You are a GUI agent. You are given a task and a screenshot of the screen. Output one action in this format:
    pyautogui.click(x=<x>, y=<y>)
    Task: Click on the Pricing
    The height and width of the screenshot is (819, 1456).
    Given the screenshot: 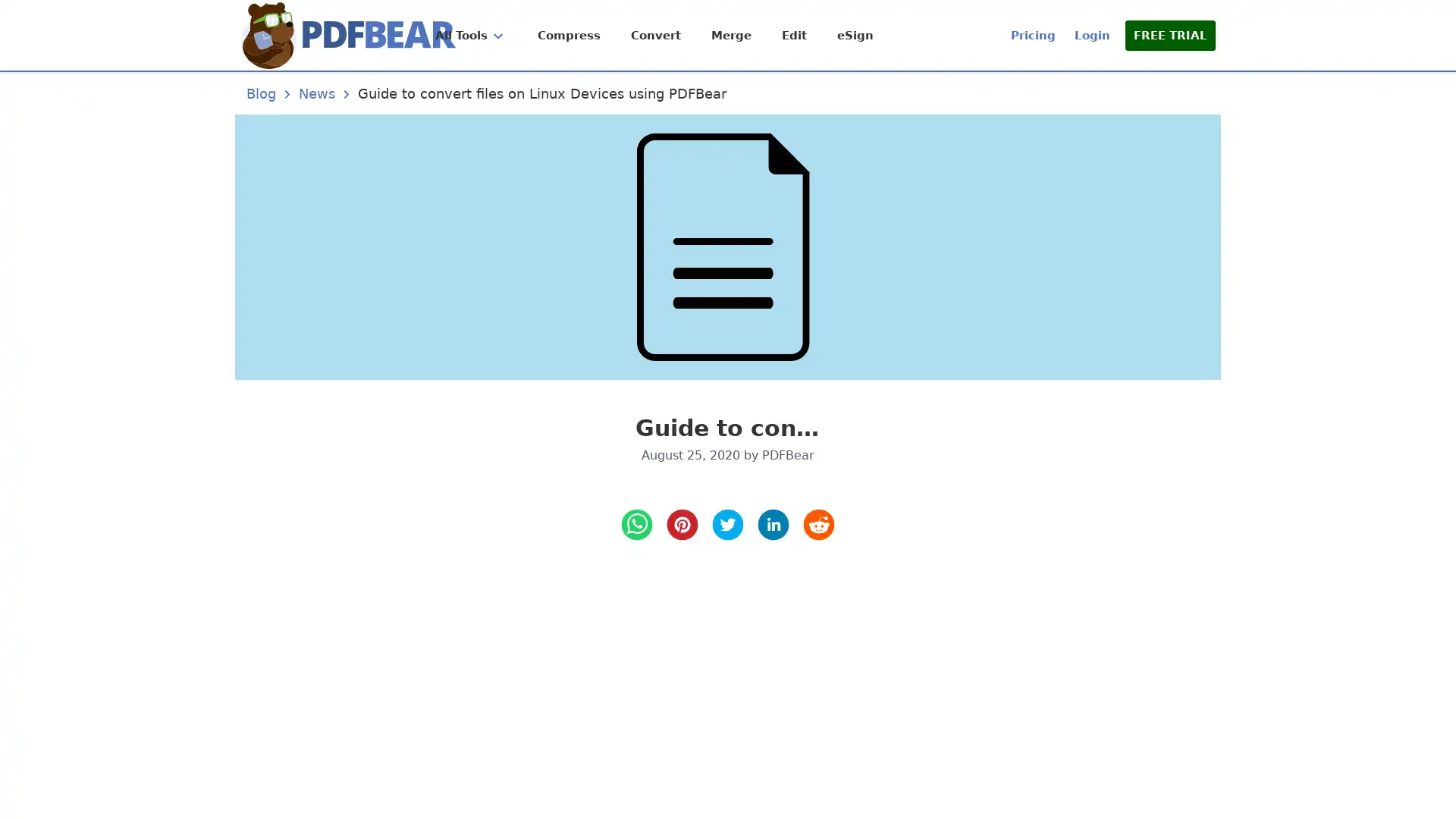 What is the action you would take?
    pyautogui.click(x=1031, y=34)
    